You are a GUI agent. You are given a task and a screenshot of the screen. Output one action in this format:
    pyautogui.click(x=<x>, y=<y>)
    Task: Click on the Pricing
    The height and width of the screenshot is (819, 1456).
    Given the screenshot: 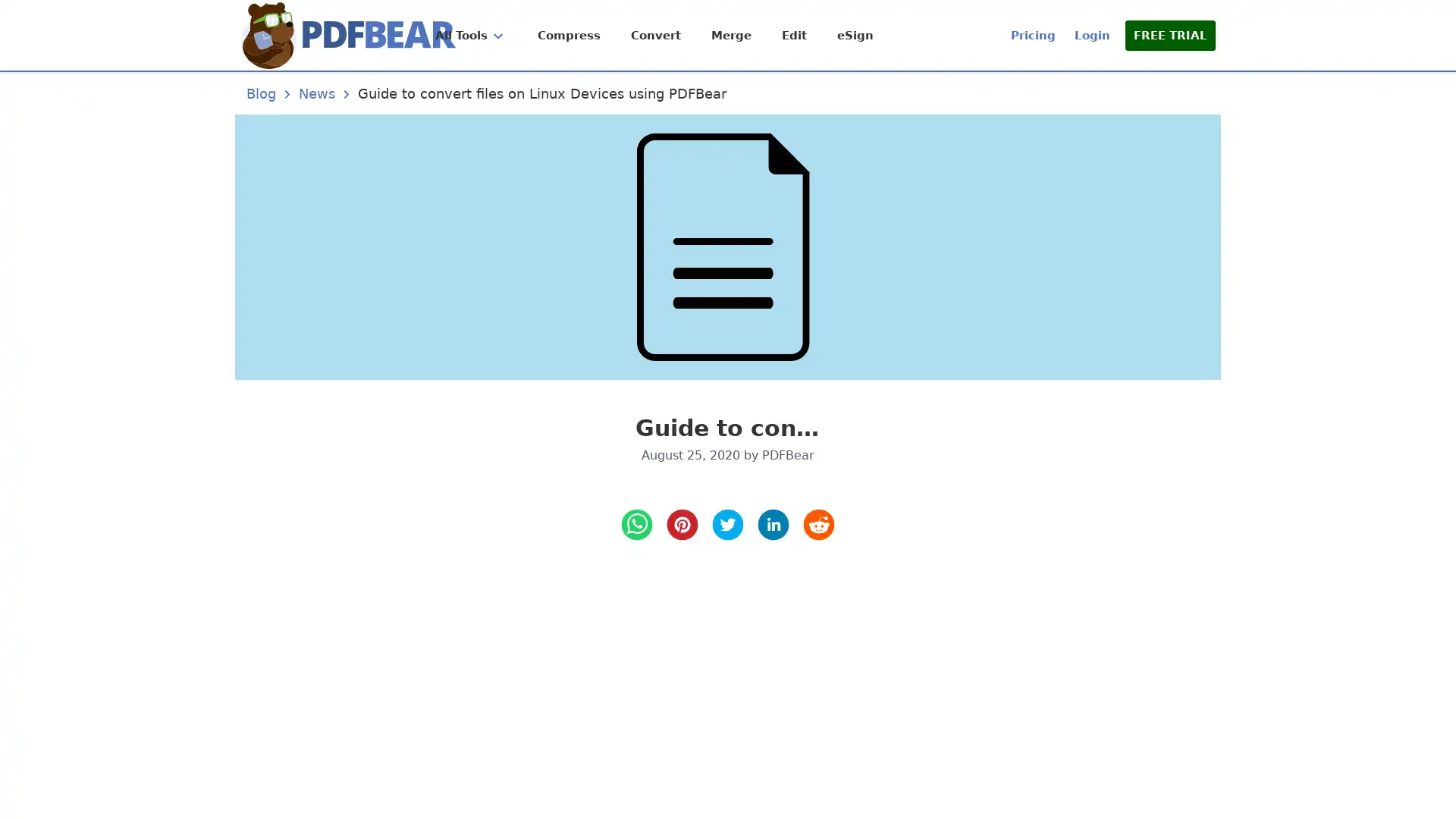 What is the action you would take?
    pyautogui.click(x=1031, y=34)
    